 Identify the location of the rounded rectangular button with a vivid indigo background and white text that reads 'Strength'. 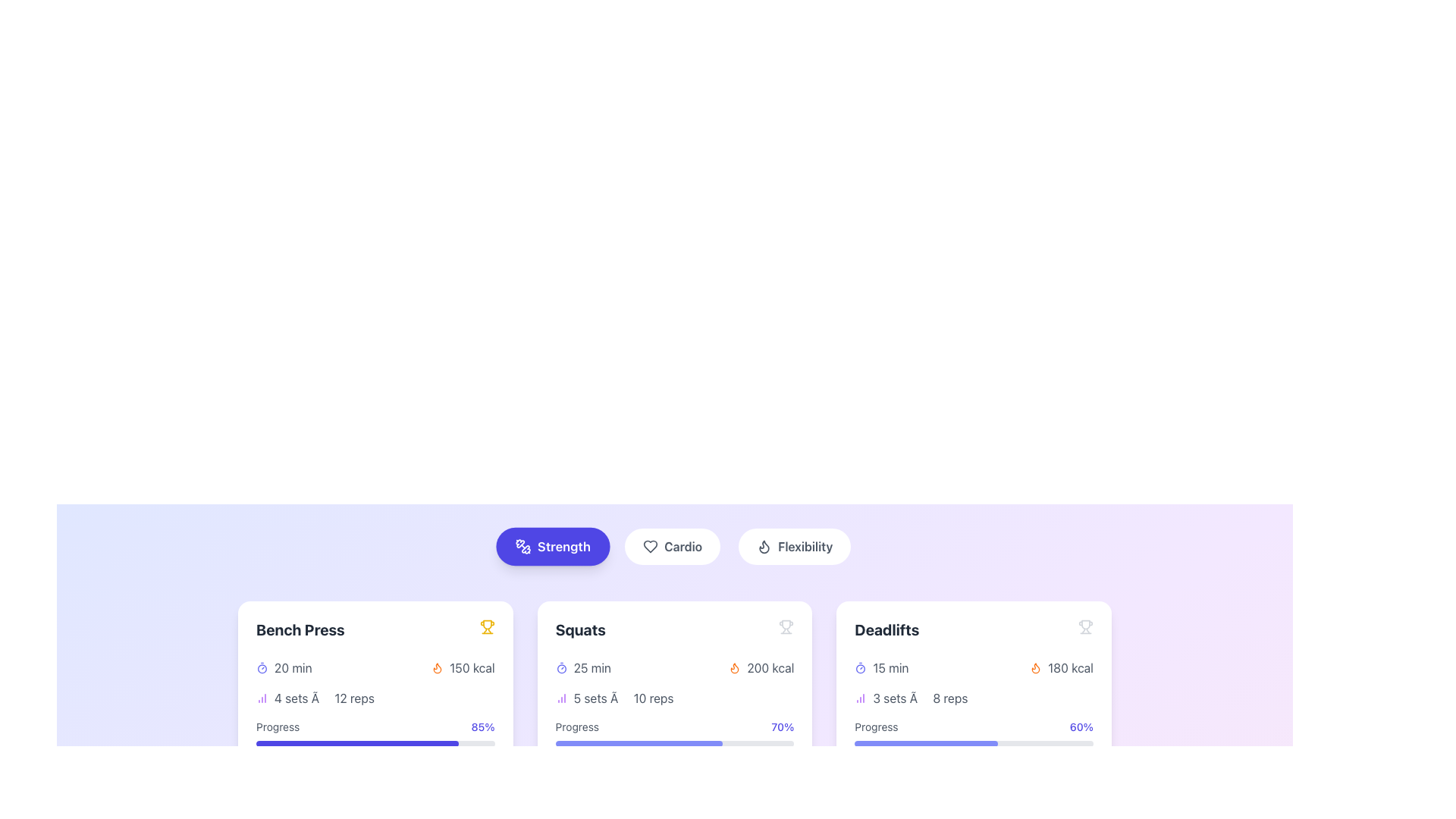
(552, 547).